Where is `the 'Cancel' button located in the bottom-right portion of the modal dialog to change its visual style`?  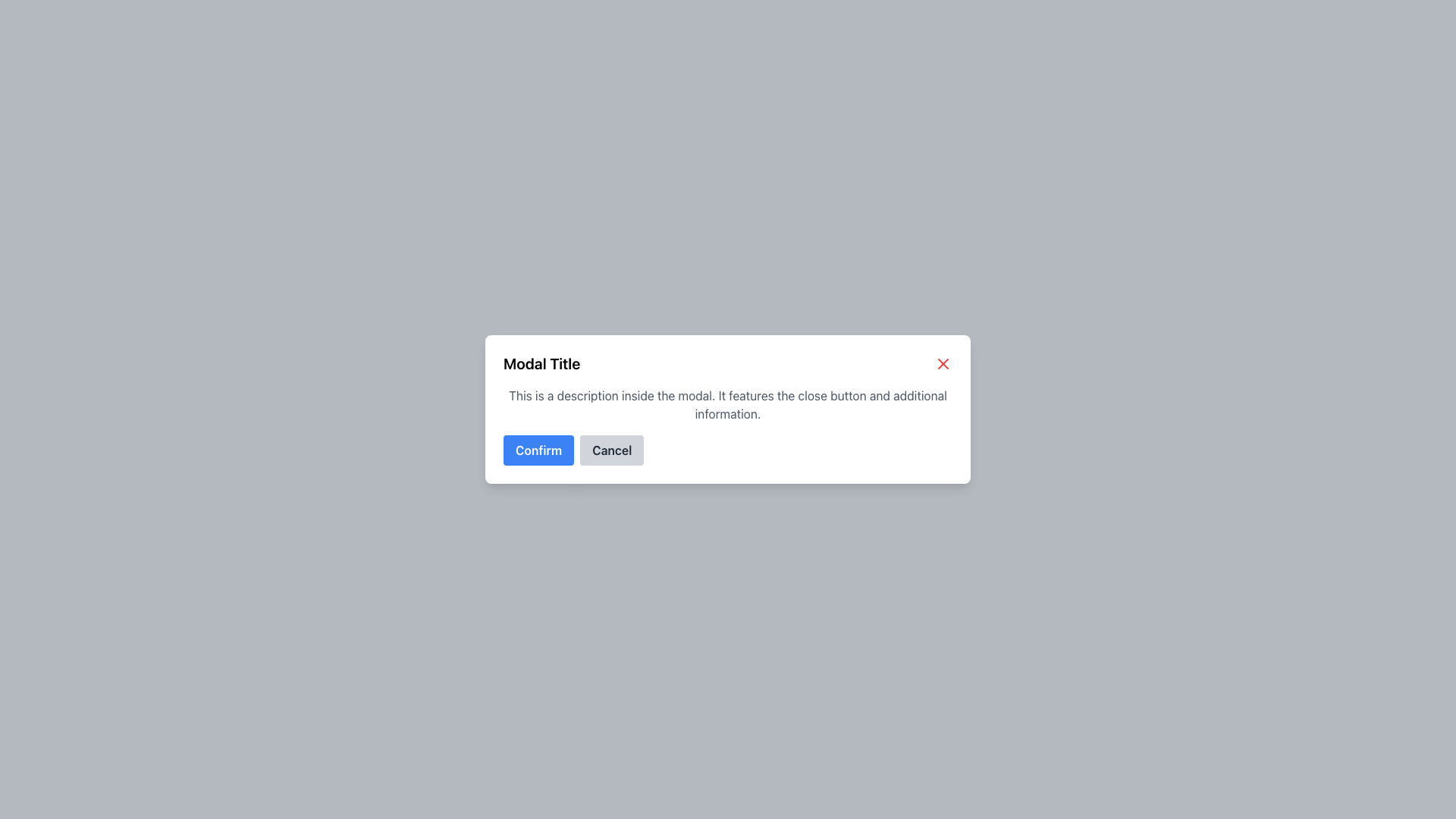 the 'Cancel' button located in the bottom-right portion of the modal dialog to change its visual style is located at coordinates (612, 450).